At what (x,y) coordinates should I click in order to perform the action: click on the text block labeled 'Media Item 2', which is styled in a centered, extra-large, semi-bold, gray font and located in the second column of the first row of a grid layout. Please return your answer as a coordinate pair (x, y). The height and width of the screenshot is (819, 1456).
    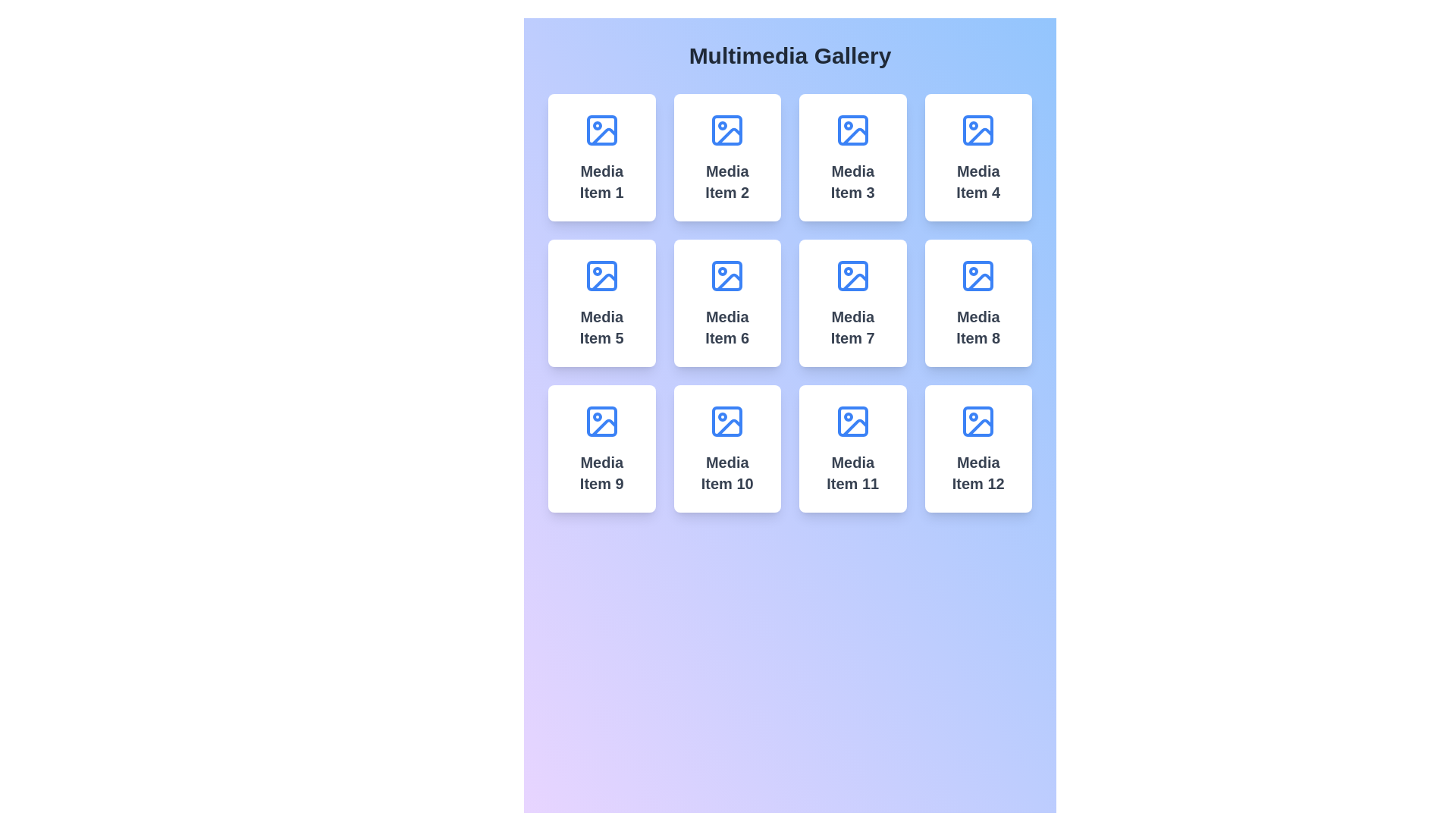
    Looking at the image, I should click on (726, 180).